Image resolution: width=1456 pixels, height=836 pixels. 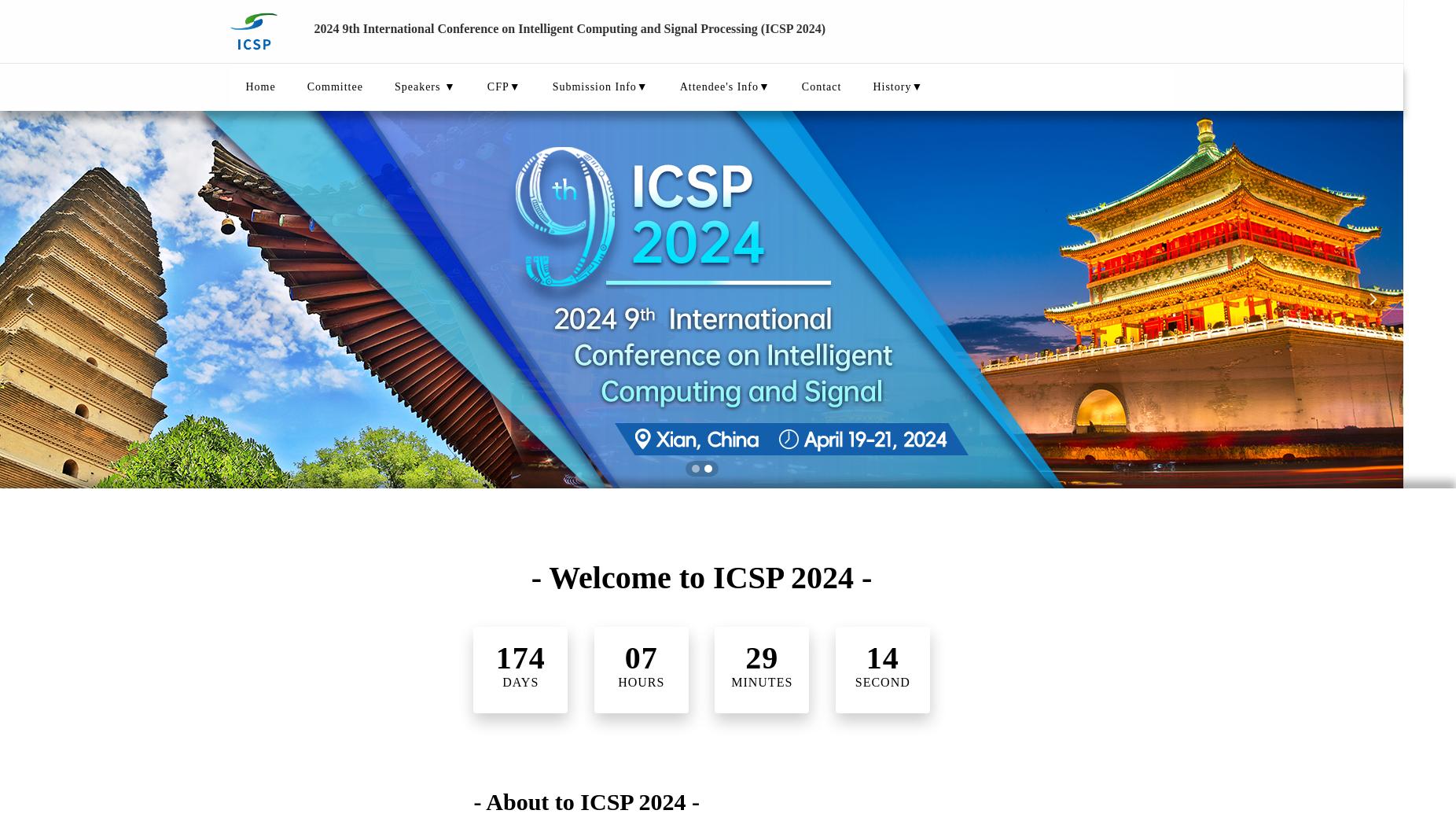 What do you see at coordinates (724, 87) in the screenshot?
I see `'Attendee's Info▼'` at bounding box center [724, 87].